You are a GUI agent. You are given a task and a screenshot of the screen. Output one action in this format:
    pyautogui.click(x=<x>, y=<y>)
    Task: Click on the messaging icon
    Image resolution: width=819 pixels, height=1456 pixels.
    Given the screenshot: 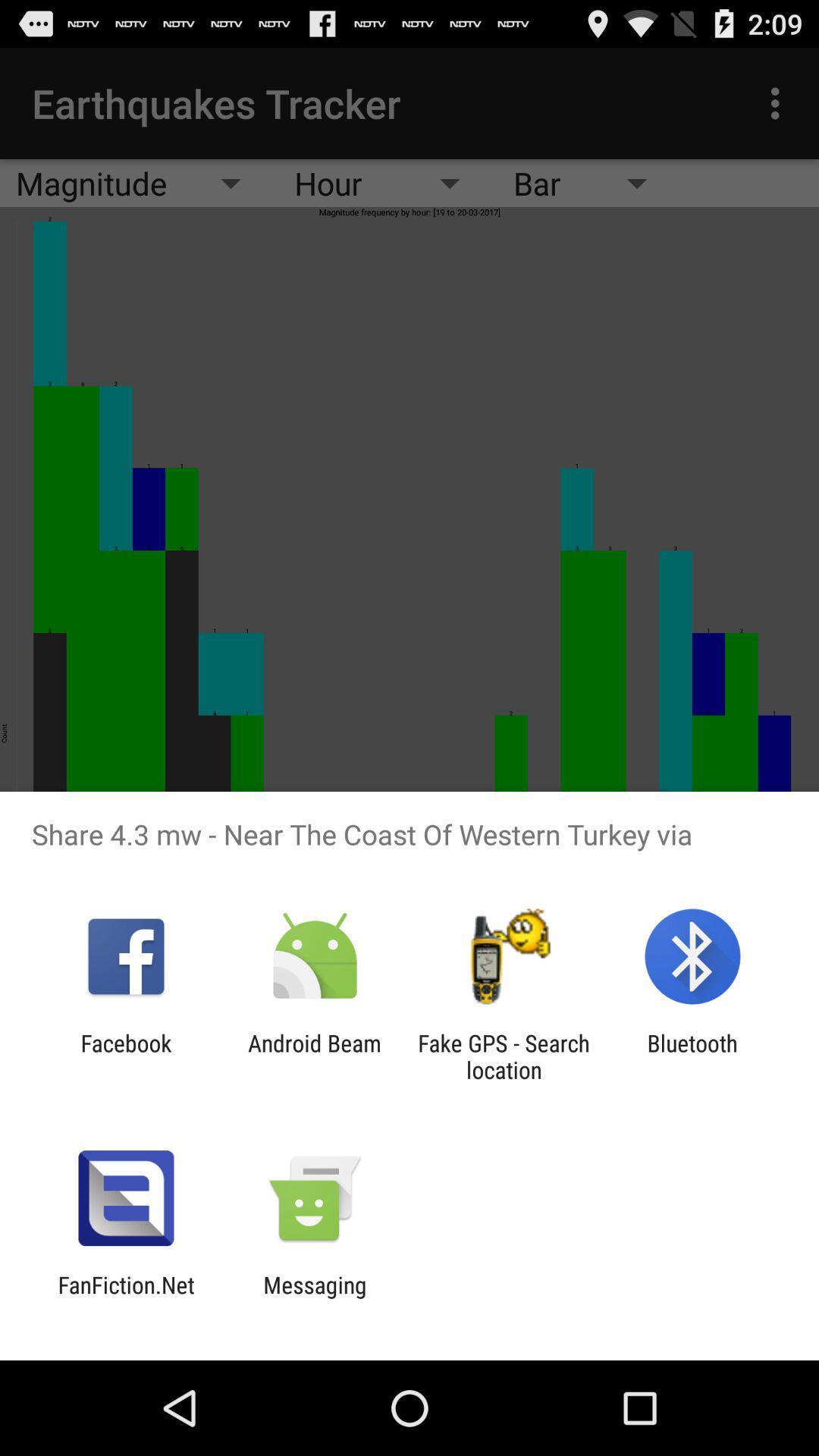 What is the action you would take?
    pyautogui.click(x=314, y=1298)
    